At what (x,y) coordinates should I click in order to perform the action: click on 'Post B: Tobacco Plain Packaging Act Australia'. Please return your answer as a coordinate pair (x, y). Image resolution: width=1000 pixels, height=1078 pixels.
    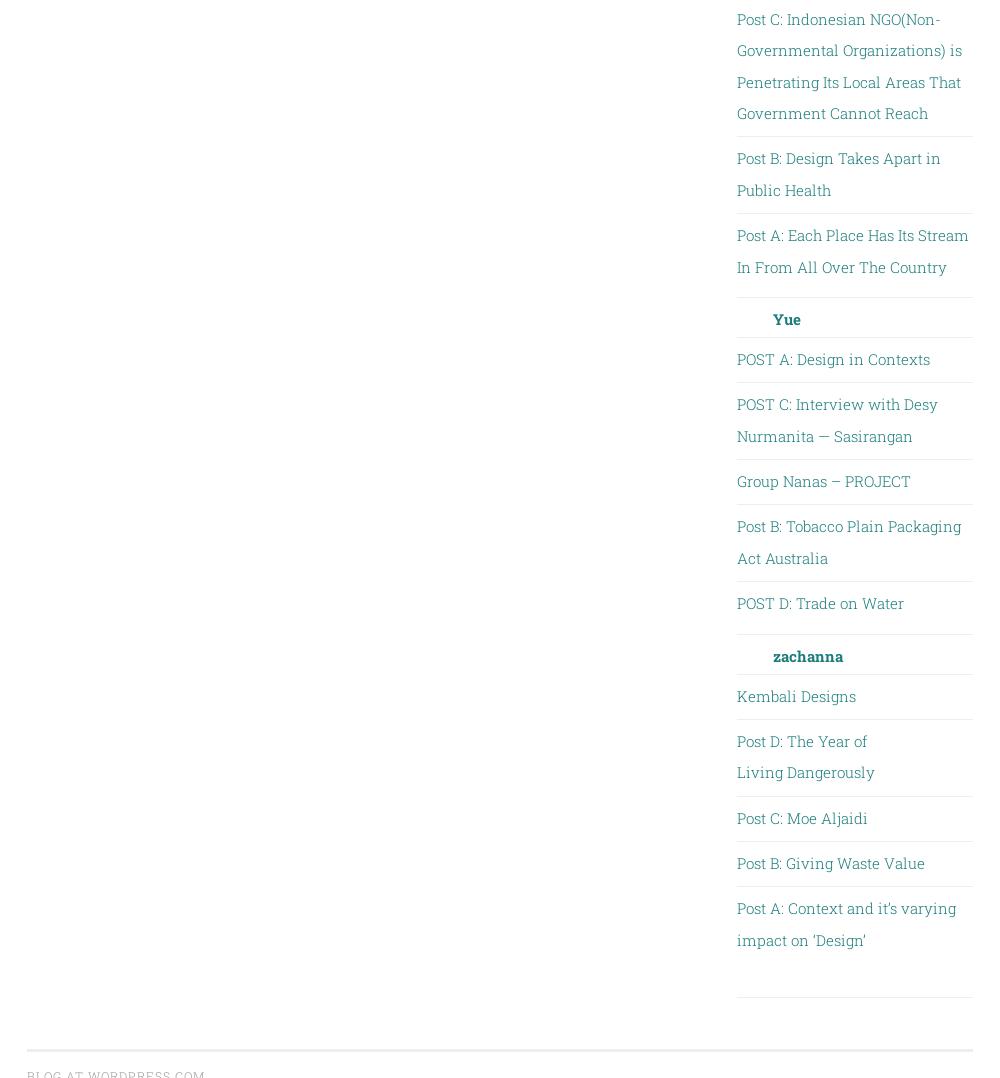
    Looking at the image, I should click on (847, 540).